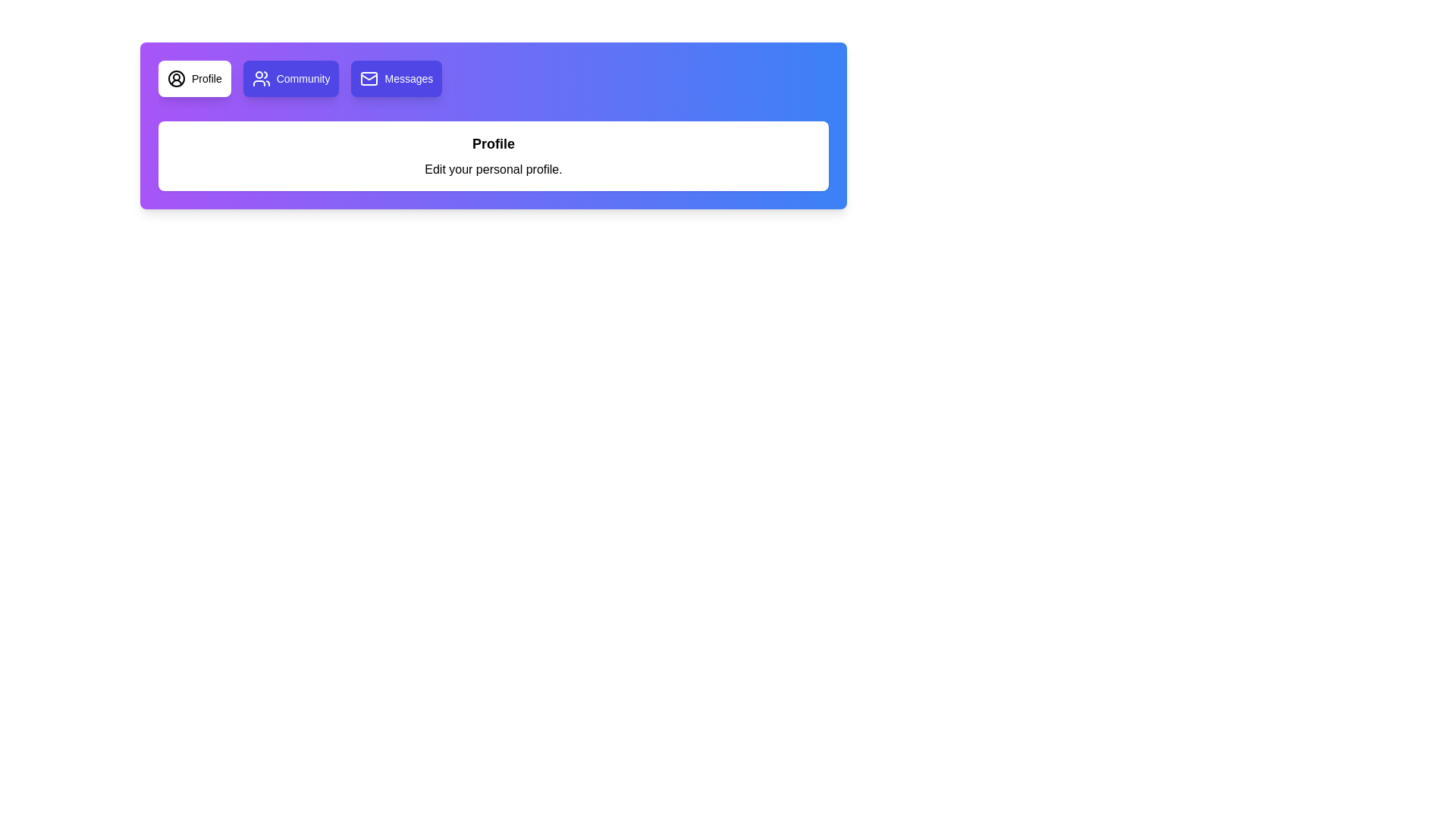  What do you see at coordinates (397, 79) in the screenshot?
I see `the Messages tab to preview its visual effects` at bounding box center [397, 79].